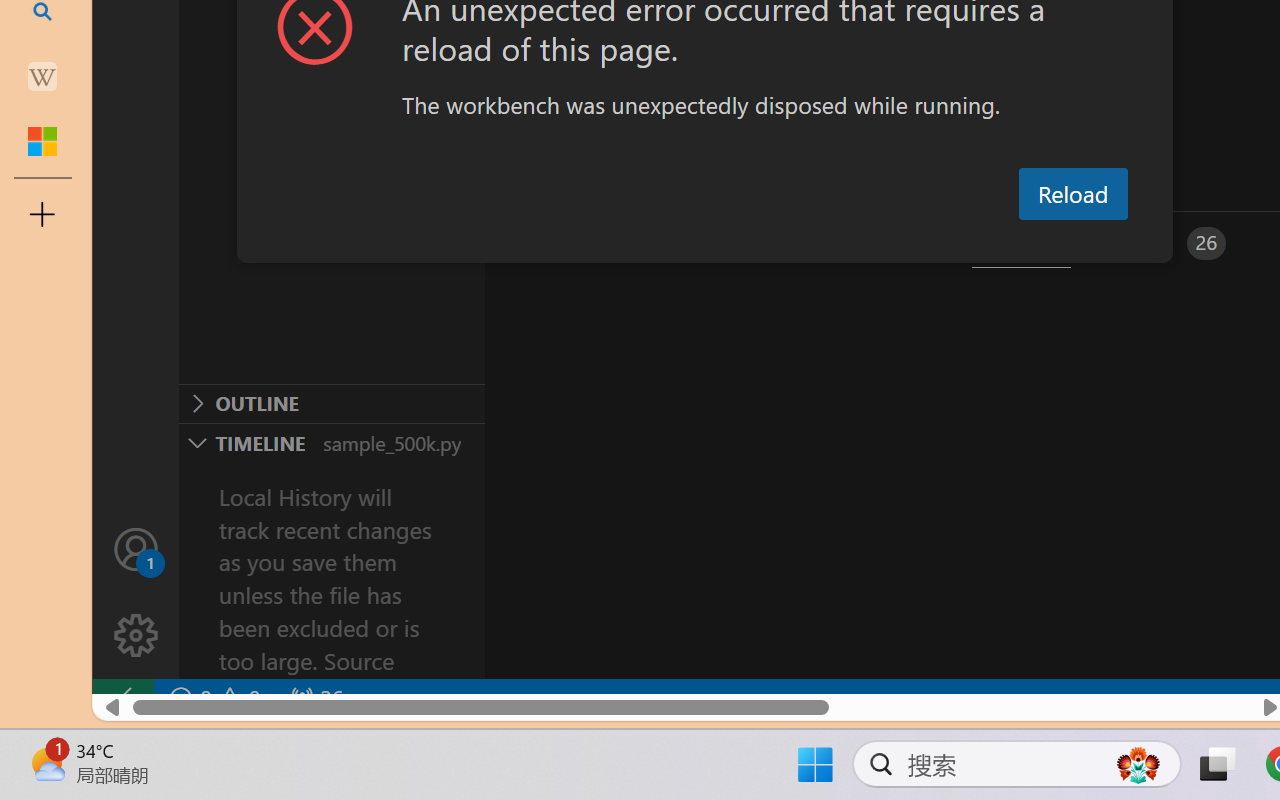 Image resolution: width=1280 pixels, height=800 pixels. I want to click on 'No Problems', so click(213, 698).